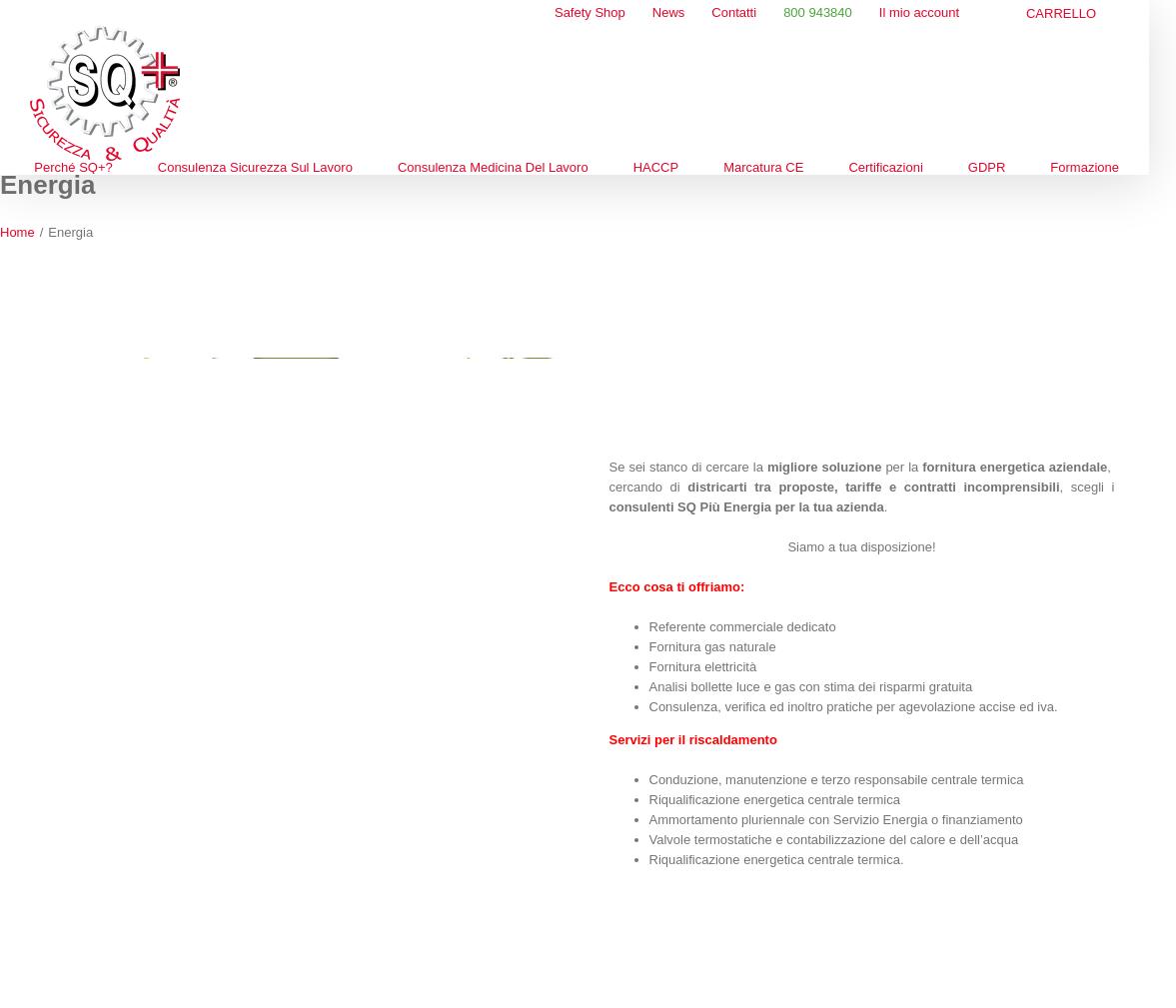 The height and width of the screenshot is (1008, 1176). I want to click on 'Riqualificazione energetica centrale termica', so click(773, 799).